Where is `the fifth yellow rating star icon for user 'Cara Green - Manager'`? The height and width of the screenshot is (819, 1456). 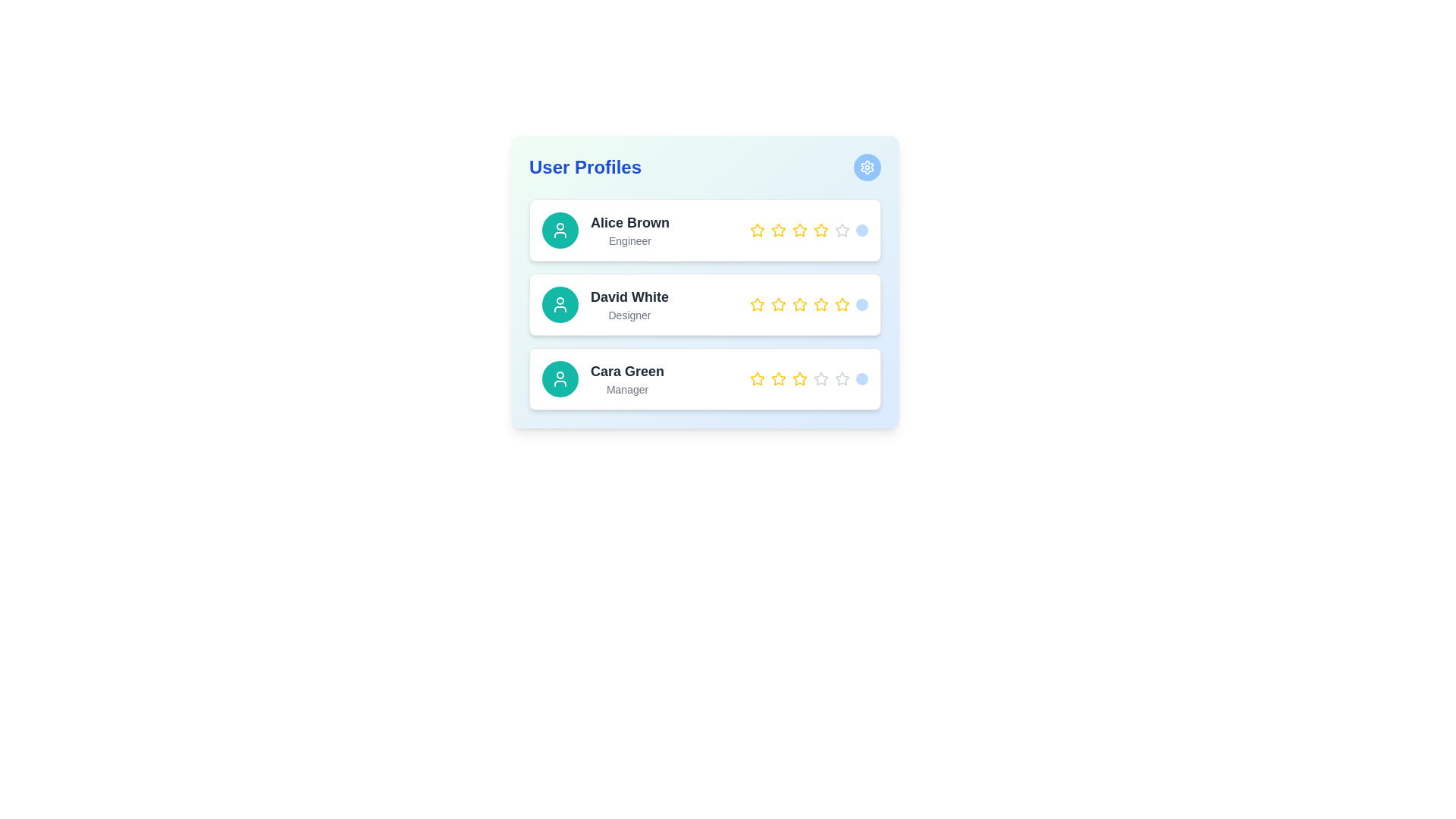 the fifth yellow rating star icon for user 'Cara Green - Manager' is located at coordinates (799, 378).